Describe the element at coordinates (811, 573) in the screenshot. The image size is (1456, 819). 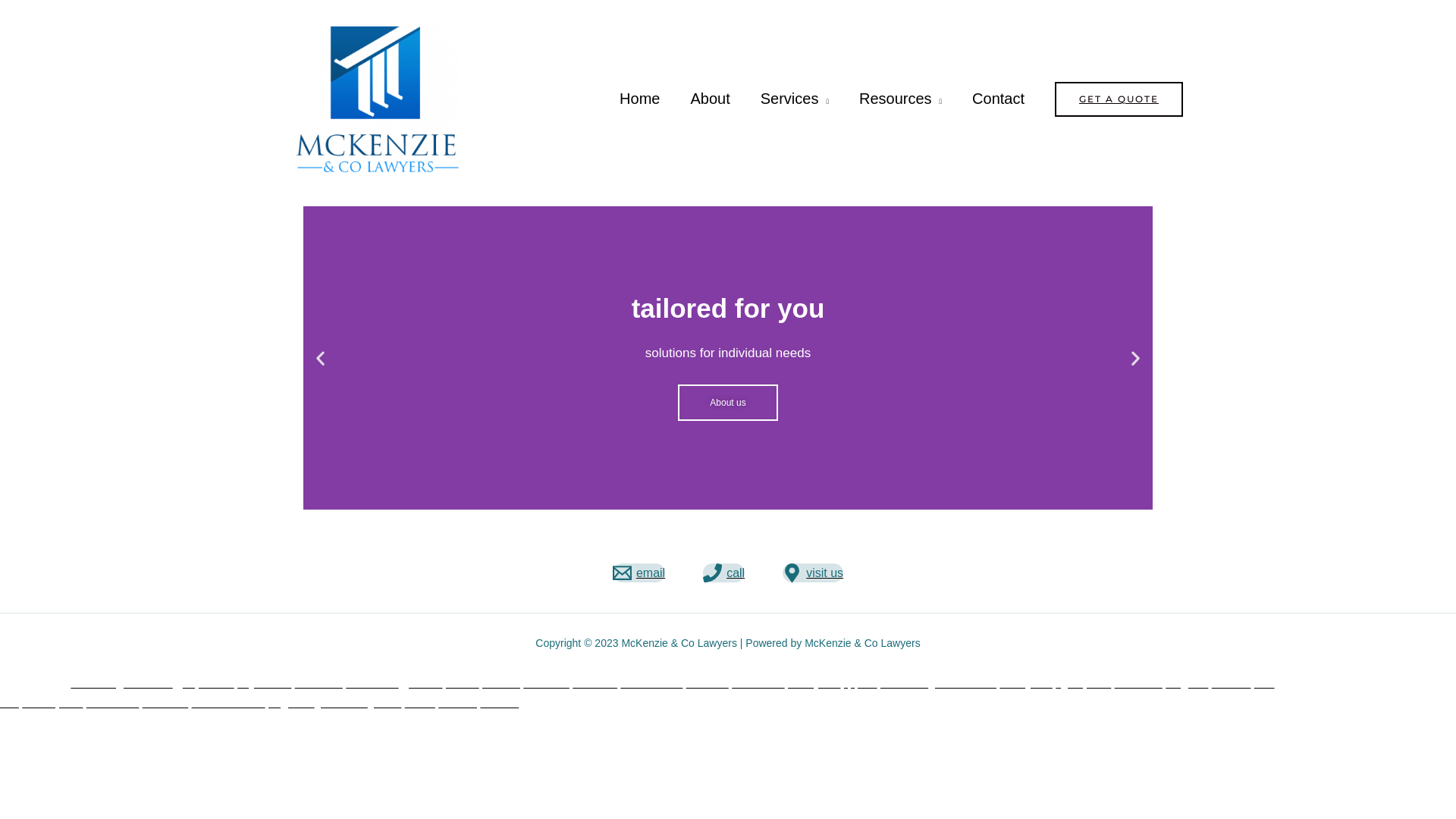
I see `'visit us'` at that location.